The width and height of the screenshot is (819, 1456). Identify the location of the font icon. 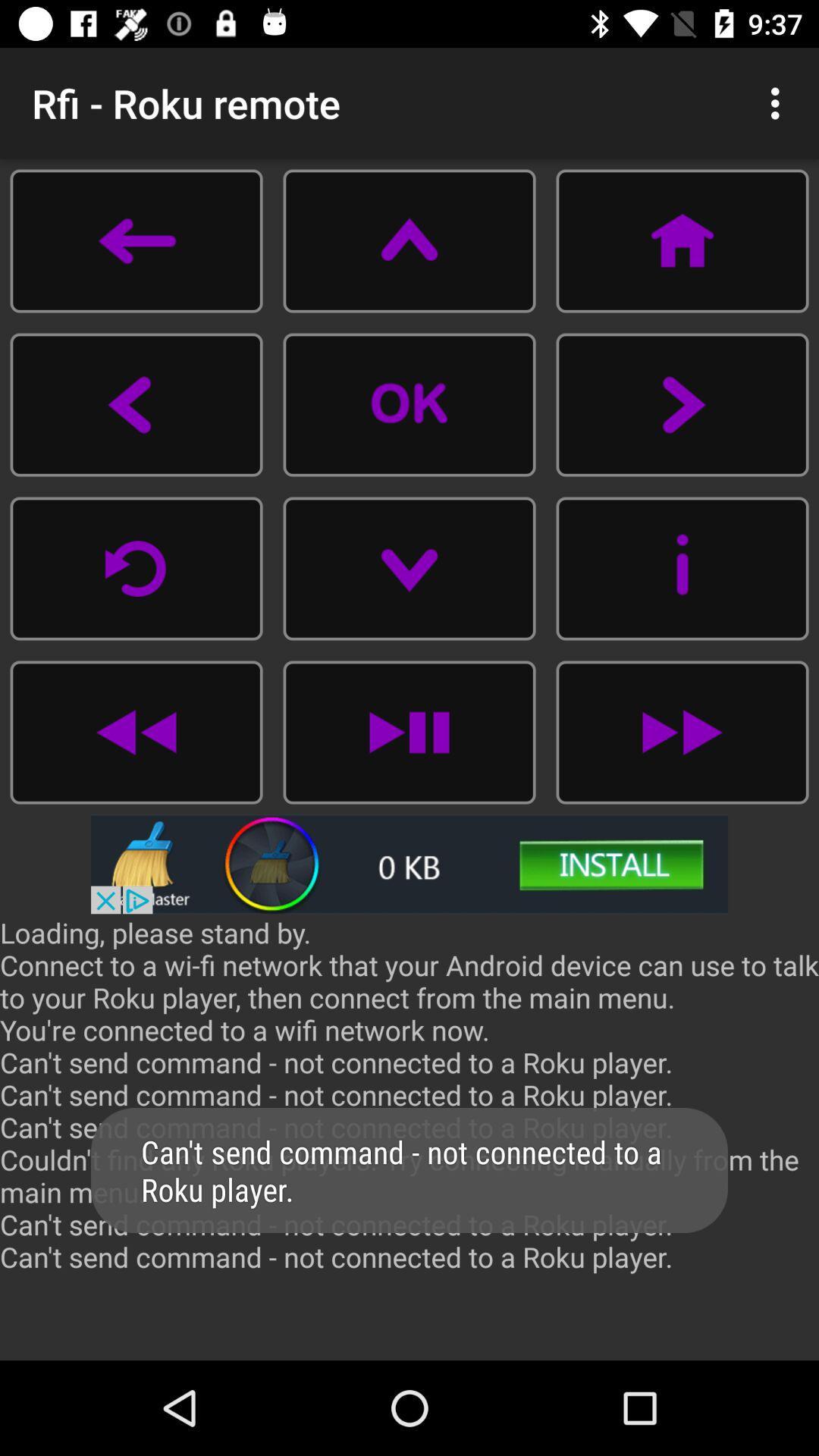
(409, 240).